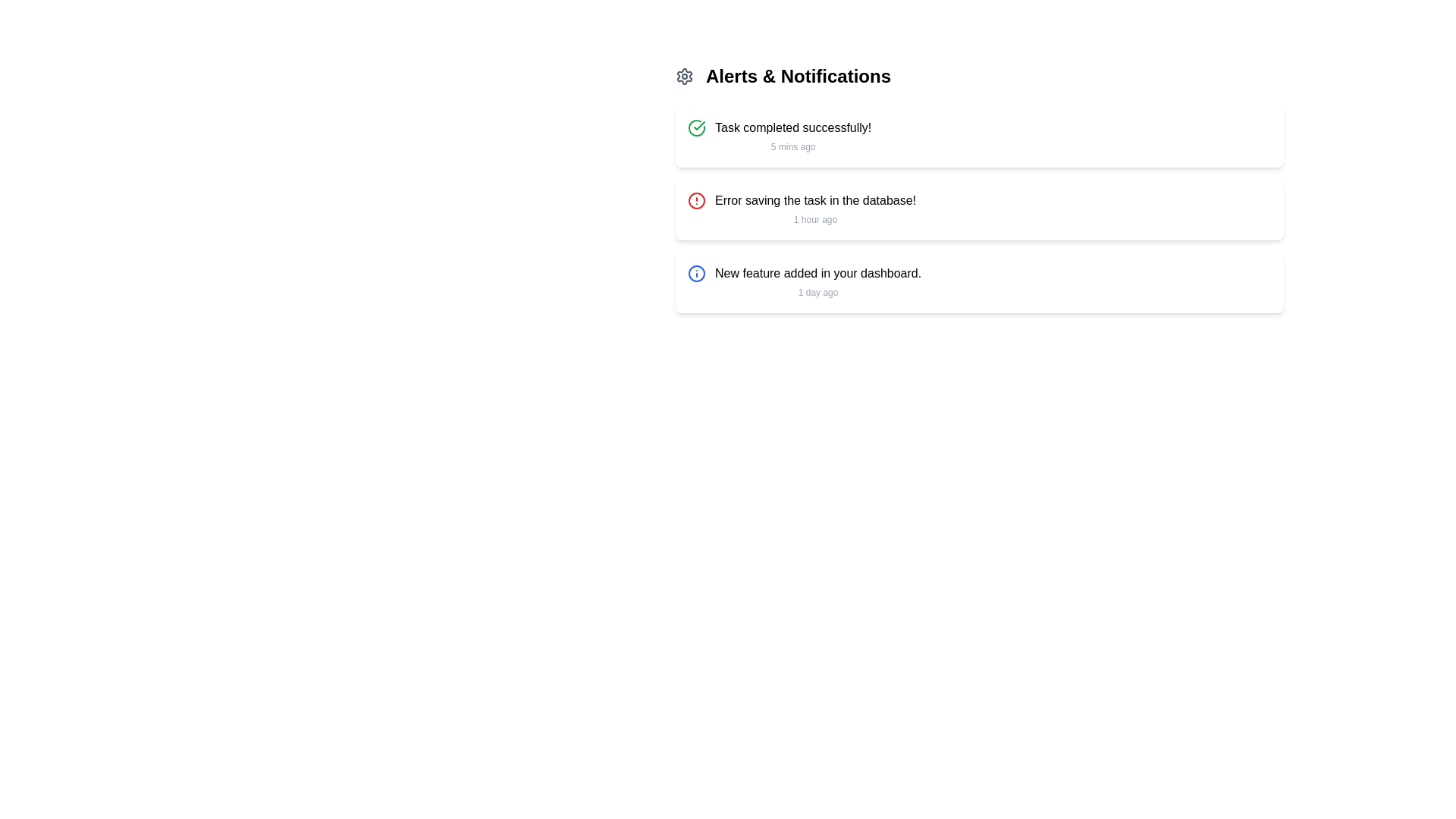 The image size is (1456, 819). What do you see at coordinates (695, 274) in the screenshot?
I see `the circular shape with a blue border located within the SVG icon representing alerts and notifications, positioned at the center of the icon` at bounding box center [695, 274].